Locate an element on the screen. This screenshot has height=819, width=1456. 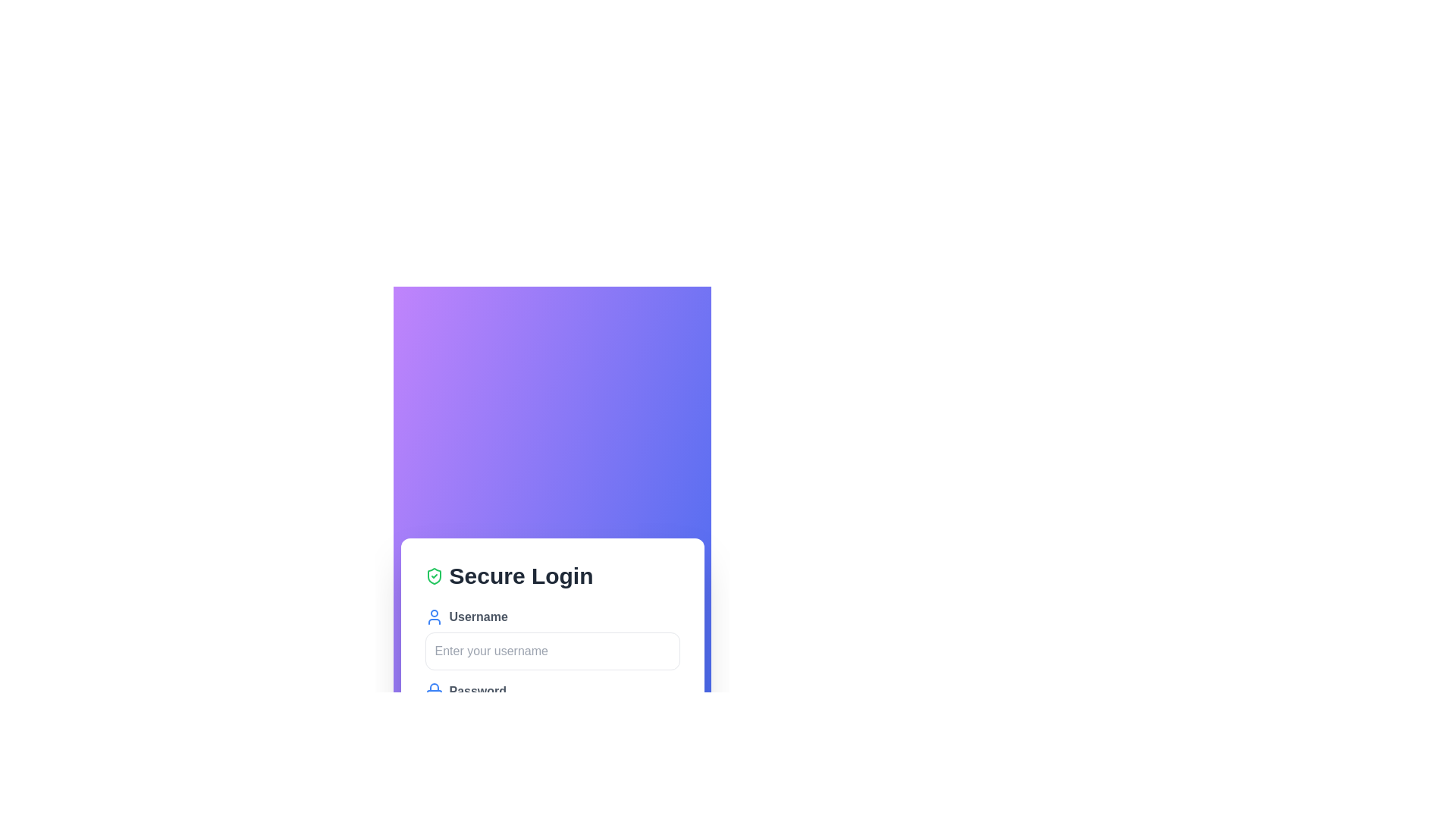
the bottom portion of the lock icon component that visually enhances the secure password field is located at coordinates (433, 695).